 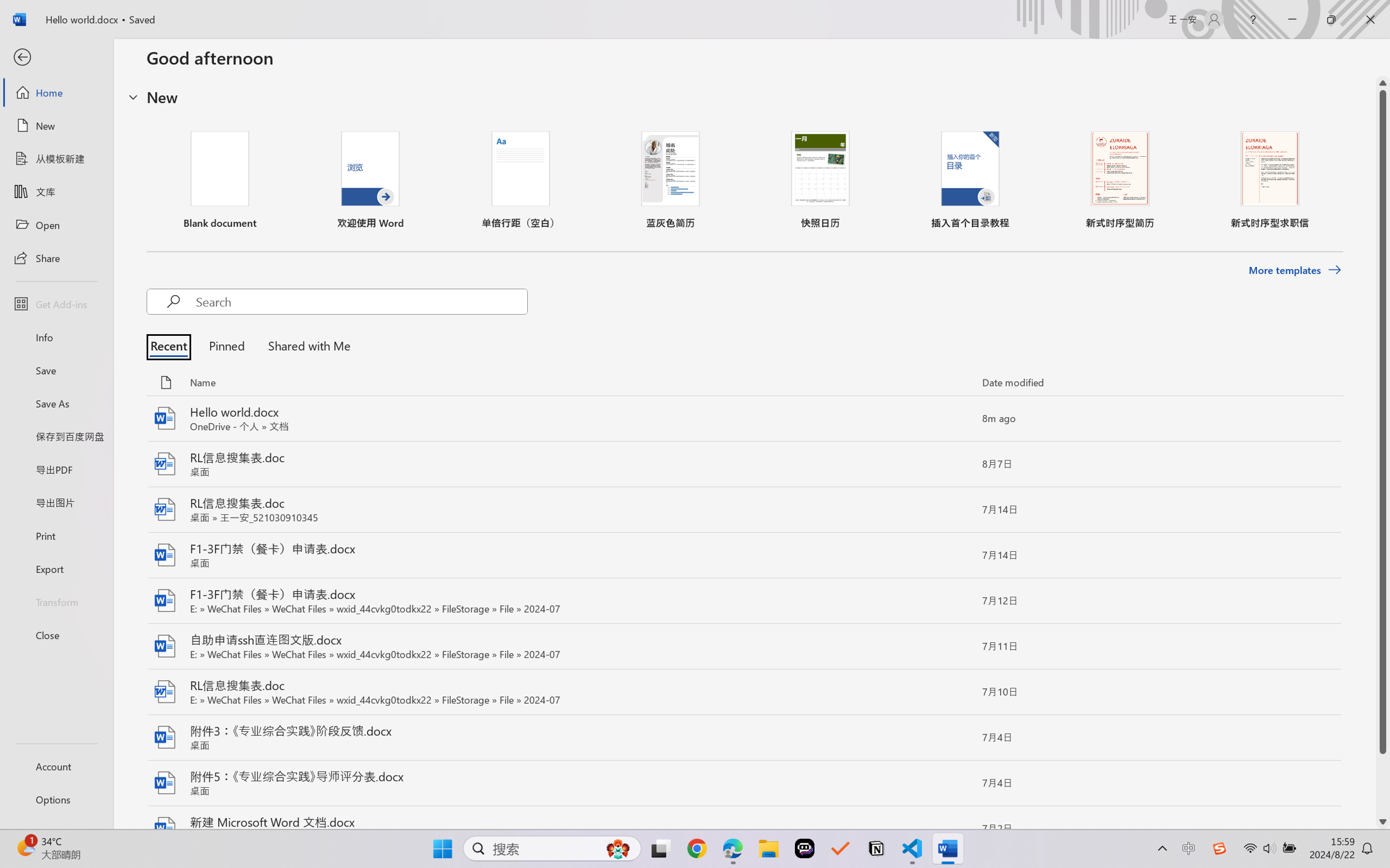 What do you see at coordinates (306, 345) in the screenshot?
I see `'Shared with Me'` at bounding box center [306, 345].